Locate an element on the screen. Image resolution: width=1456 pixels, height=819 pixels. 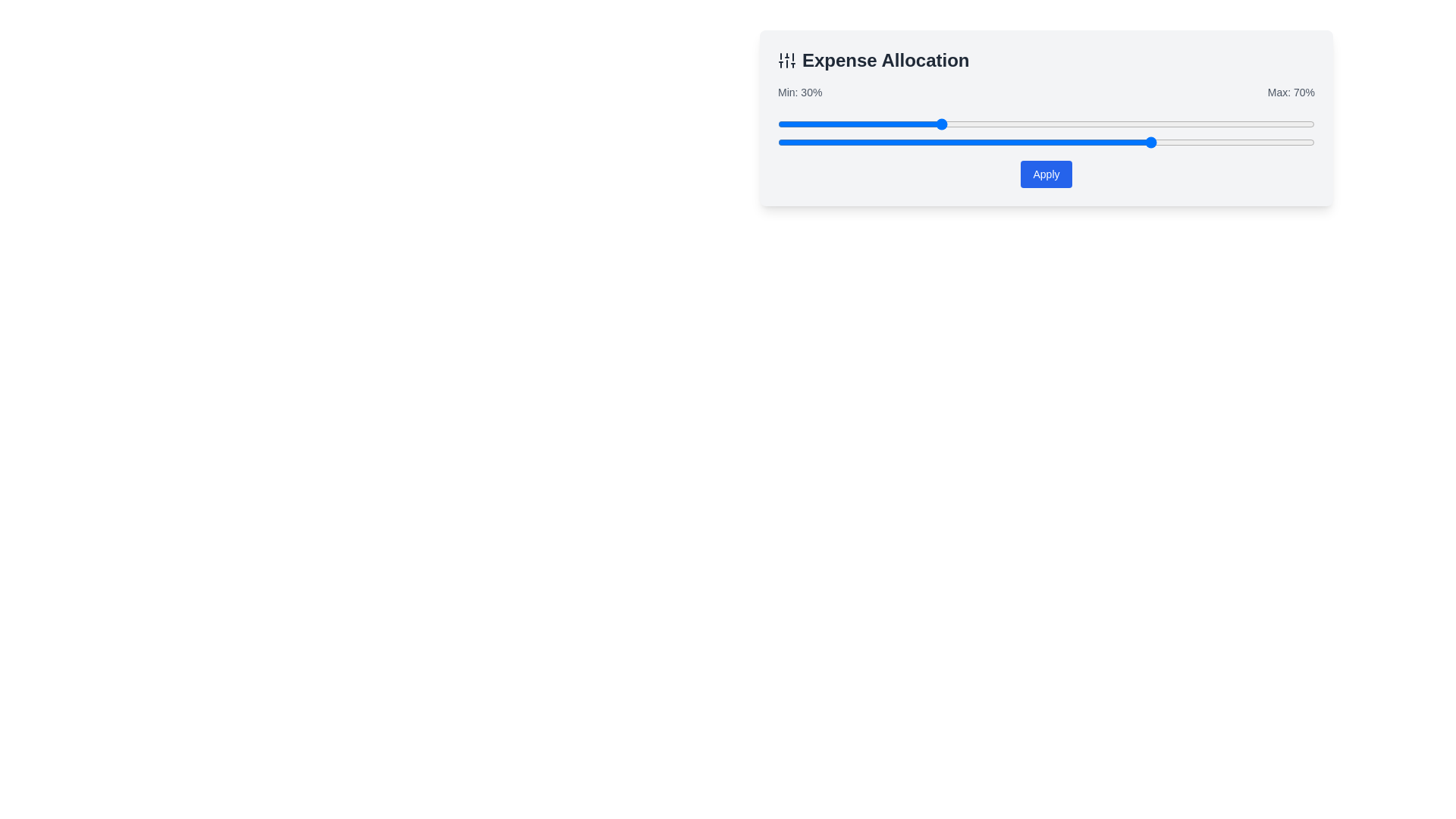
the slider's value is located at coordinates (998, 143).